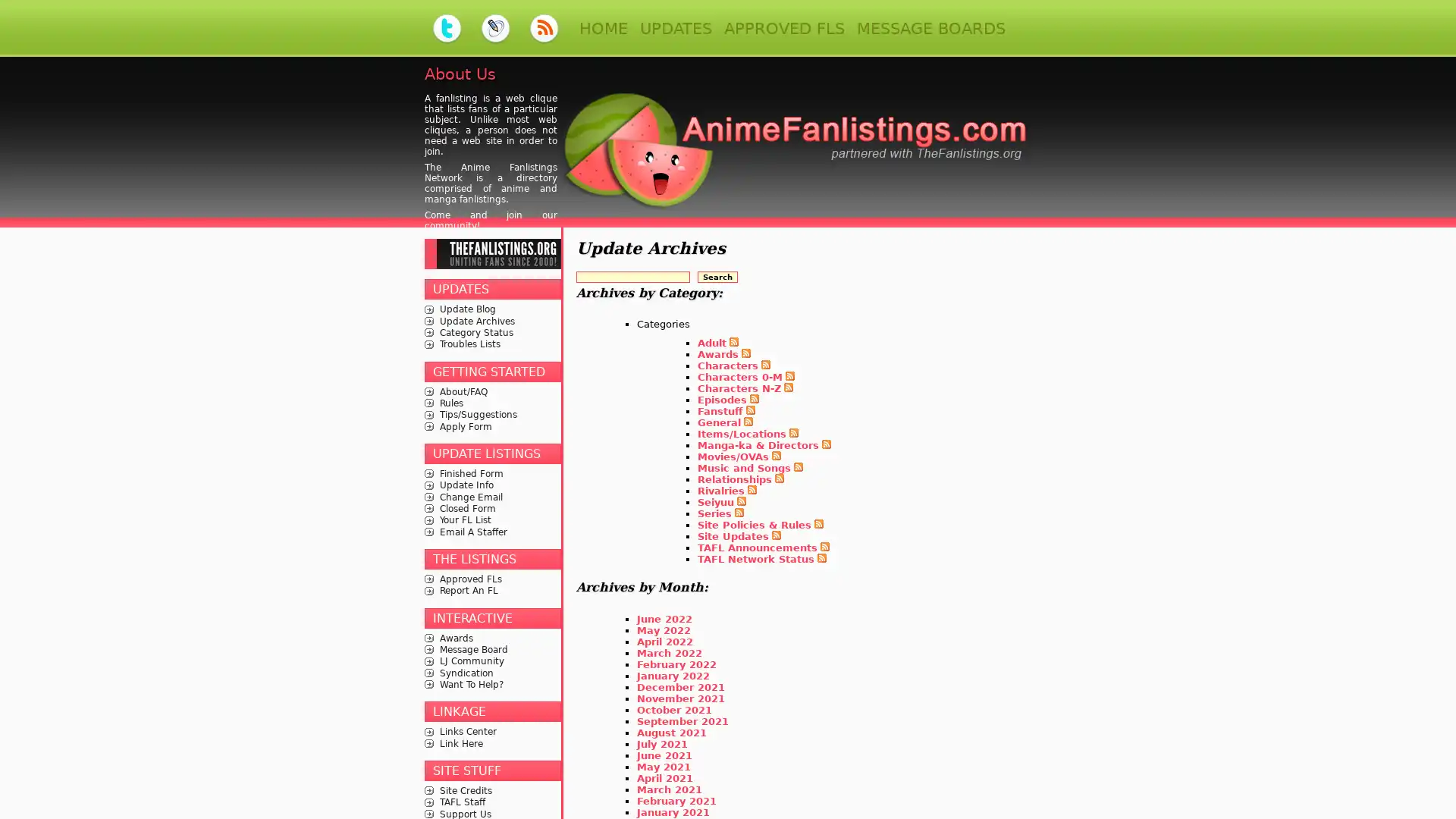  Describe the element at coordinates (717, 276) in the screenshot. I see `Search` at that location.